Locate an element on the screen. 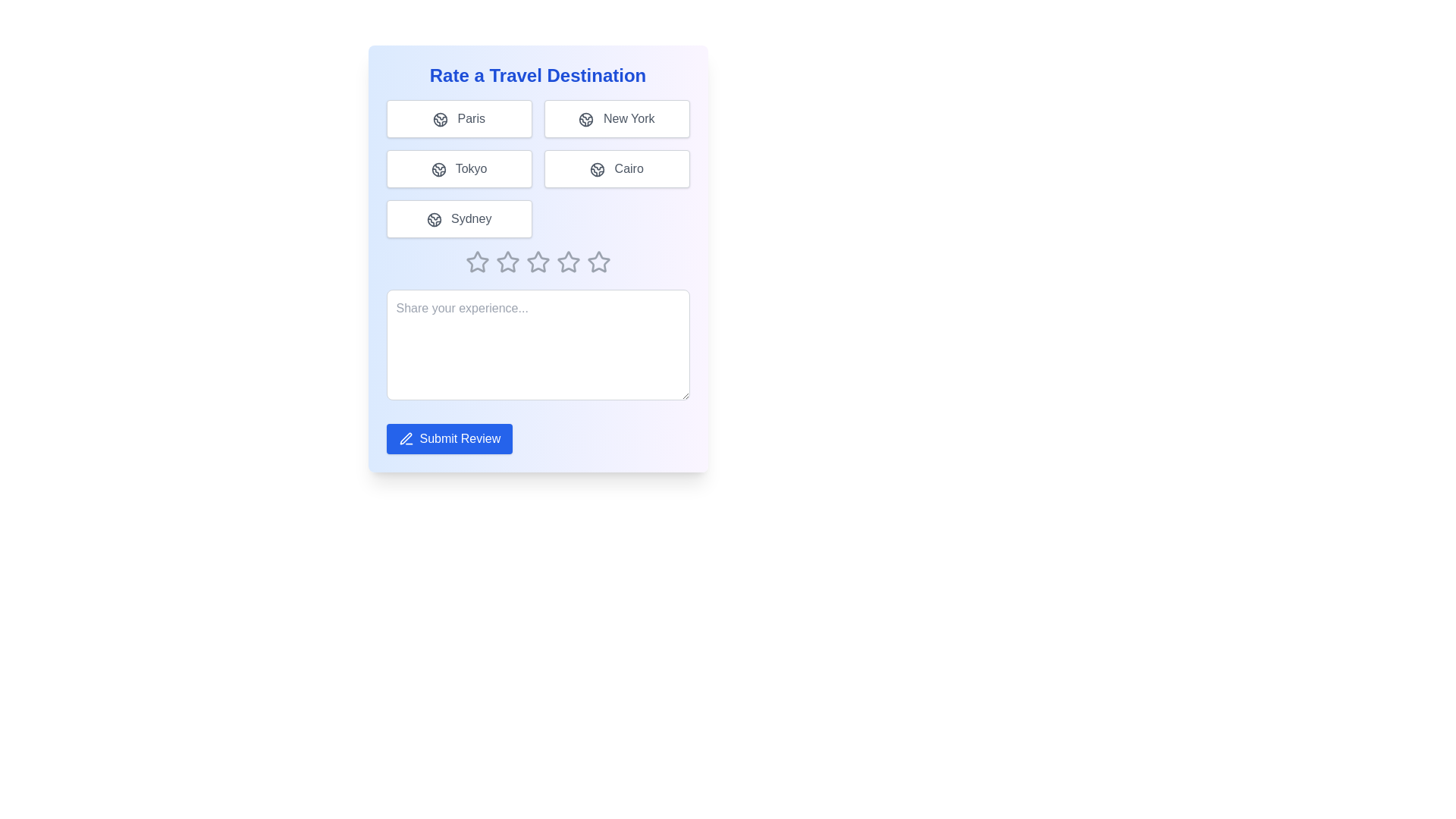 This screenshot has width=1456, height=819. the 'Paris' button, which is a rectangular button with rounded corners, a light gray border, and a globe icon followed by the text 'Paris' in gray, located is located at coordinates (458, 118).